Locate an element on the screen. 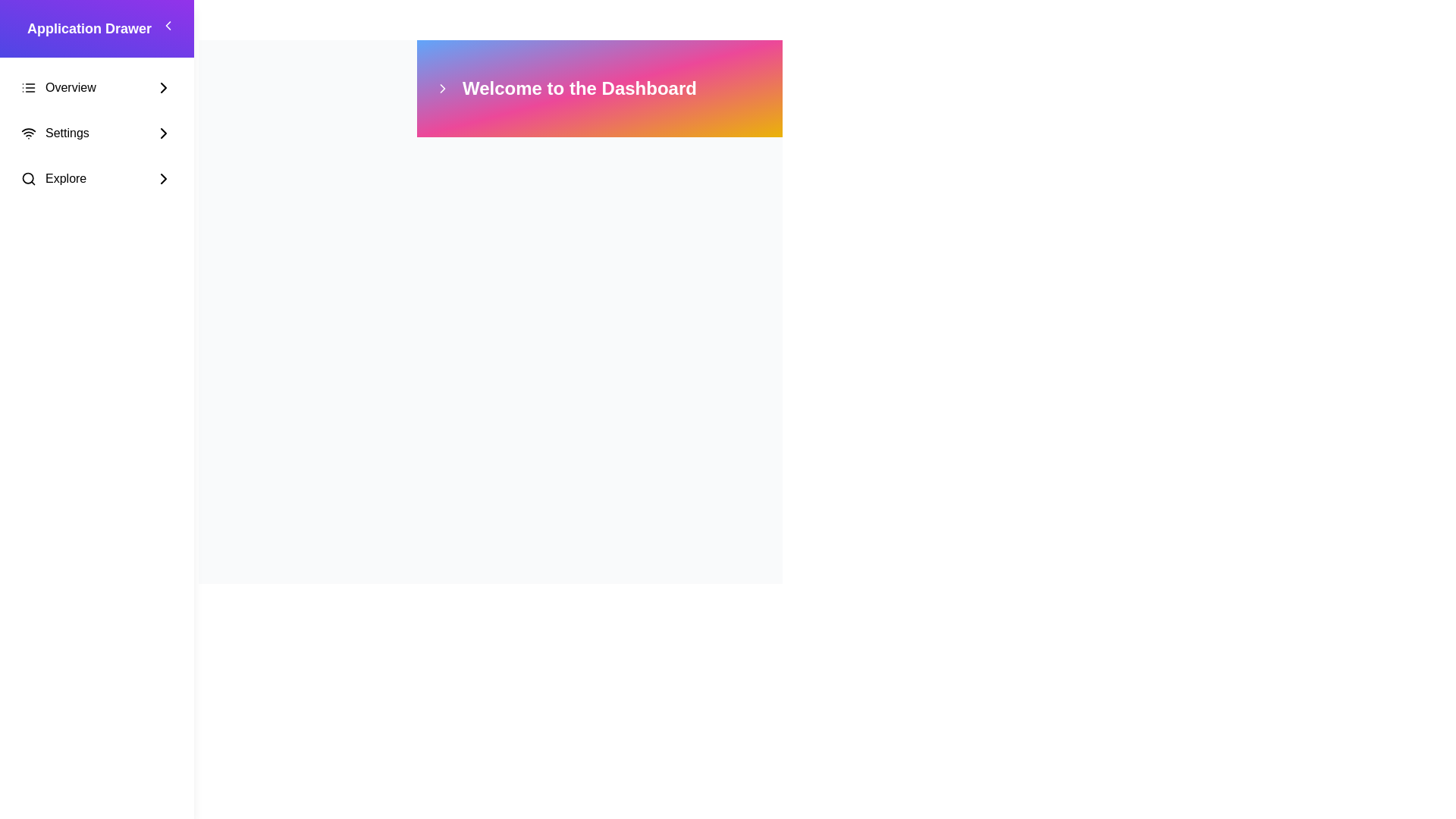 Image resolution: width=1456 pixels, height=819 pixels. the icon located at the right end of the 'Explore' row in the vertical navigation menu is located at coordinates (164, 177).